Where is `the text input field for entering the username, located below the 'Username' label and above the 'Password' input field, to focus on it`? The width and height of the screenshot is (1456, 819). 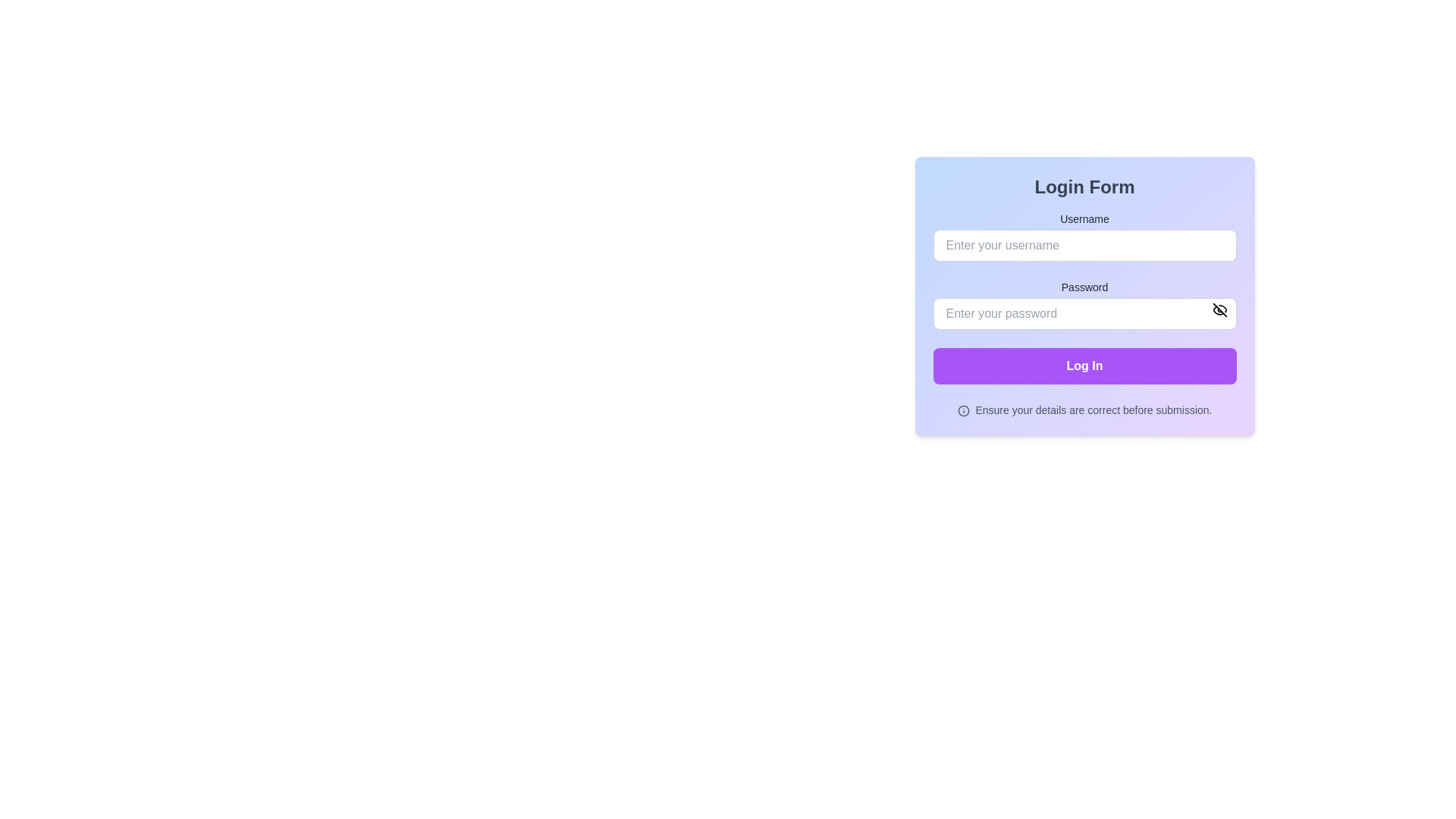 the text input field for entering the username, located below the 'Username' label and above the 'Password' input field, to focus on it is located at coordinates (1084, 237).